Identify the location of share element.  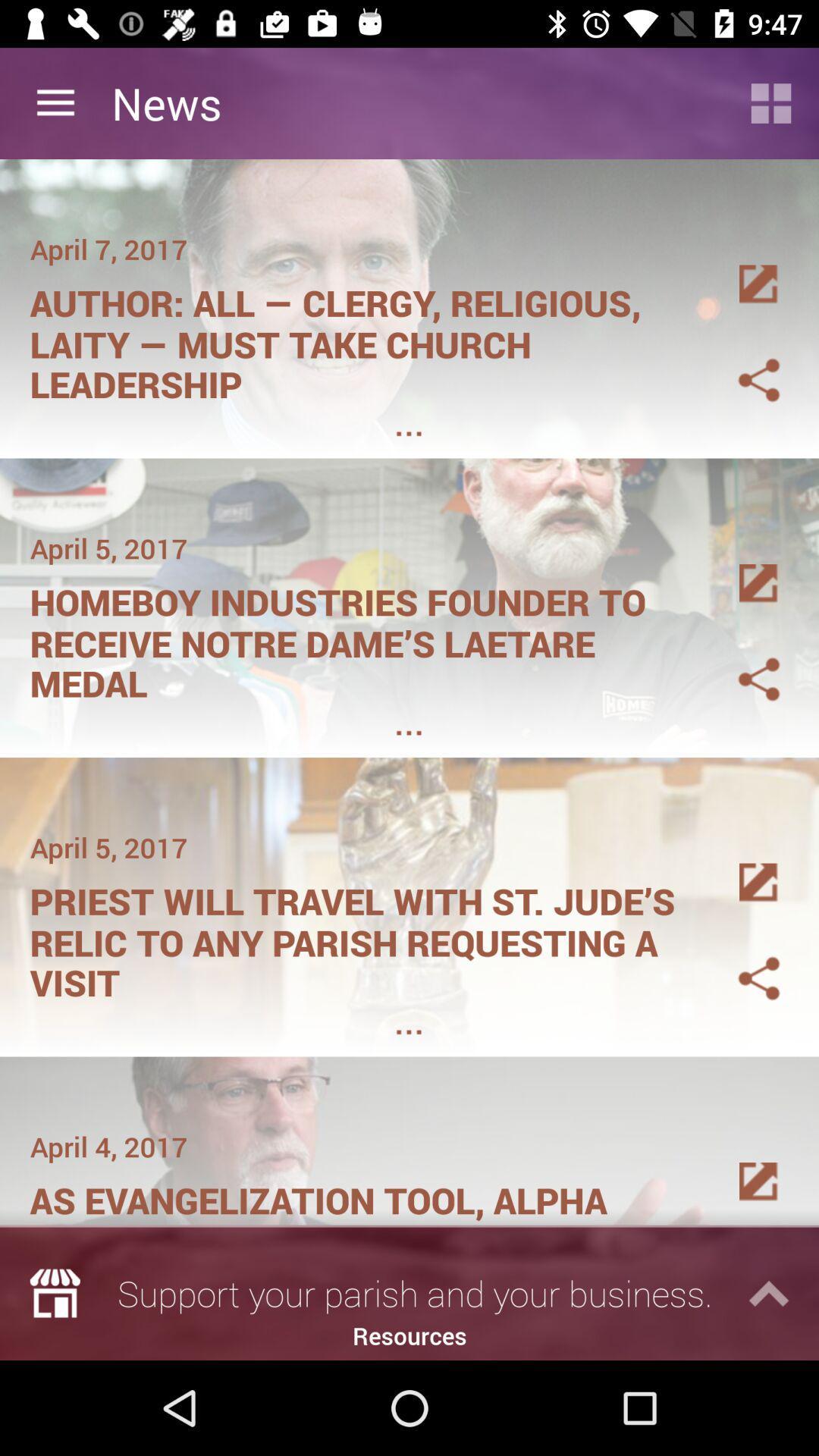
(740, 661).